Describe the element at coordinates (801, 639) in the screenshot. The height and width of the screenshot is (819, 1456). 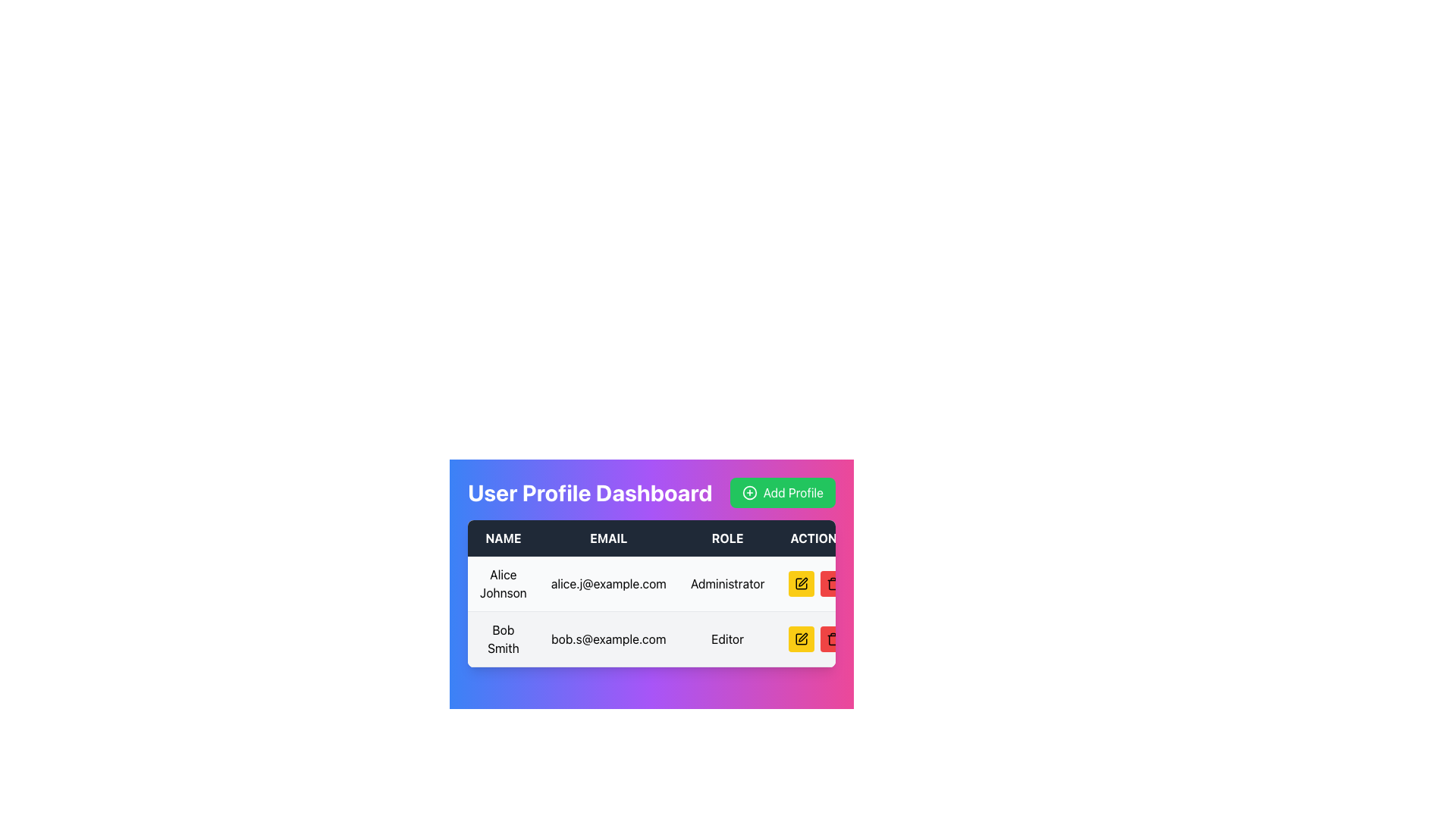
I see `the edit icon button represented as a pen or pencil icon in the ACTION column of the second user row next to Bob Smith's profile` at that location.